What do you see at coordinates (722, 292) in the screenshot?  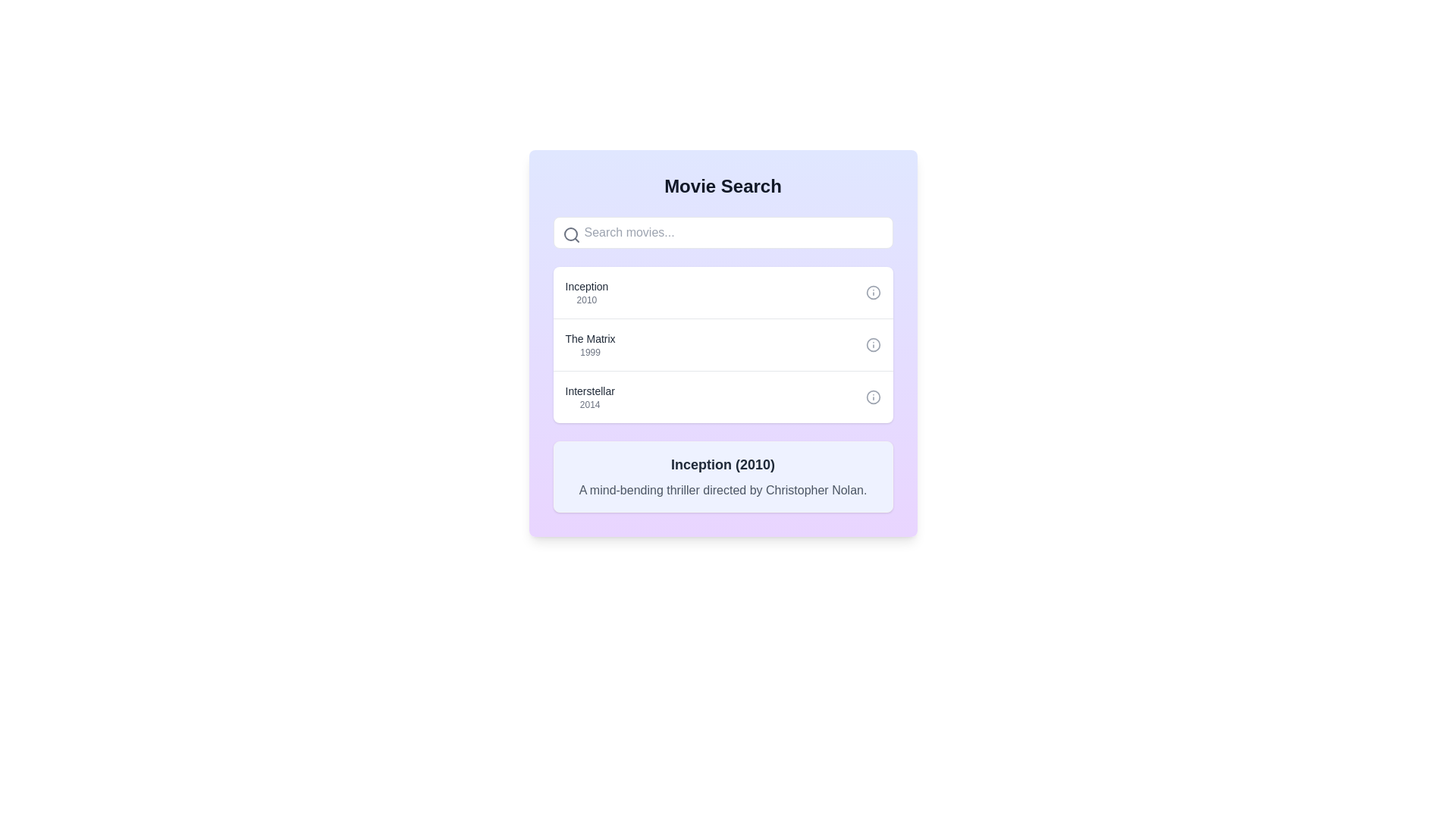 I see `the first list entry for the movie 'Inception' in the card-like interface, located below the 'Search movies...' bar` at bounding box center [722, 292].